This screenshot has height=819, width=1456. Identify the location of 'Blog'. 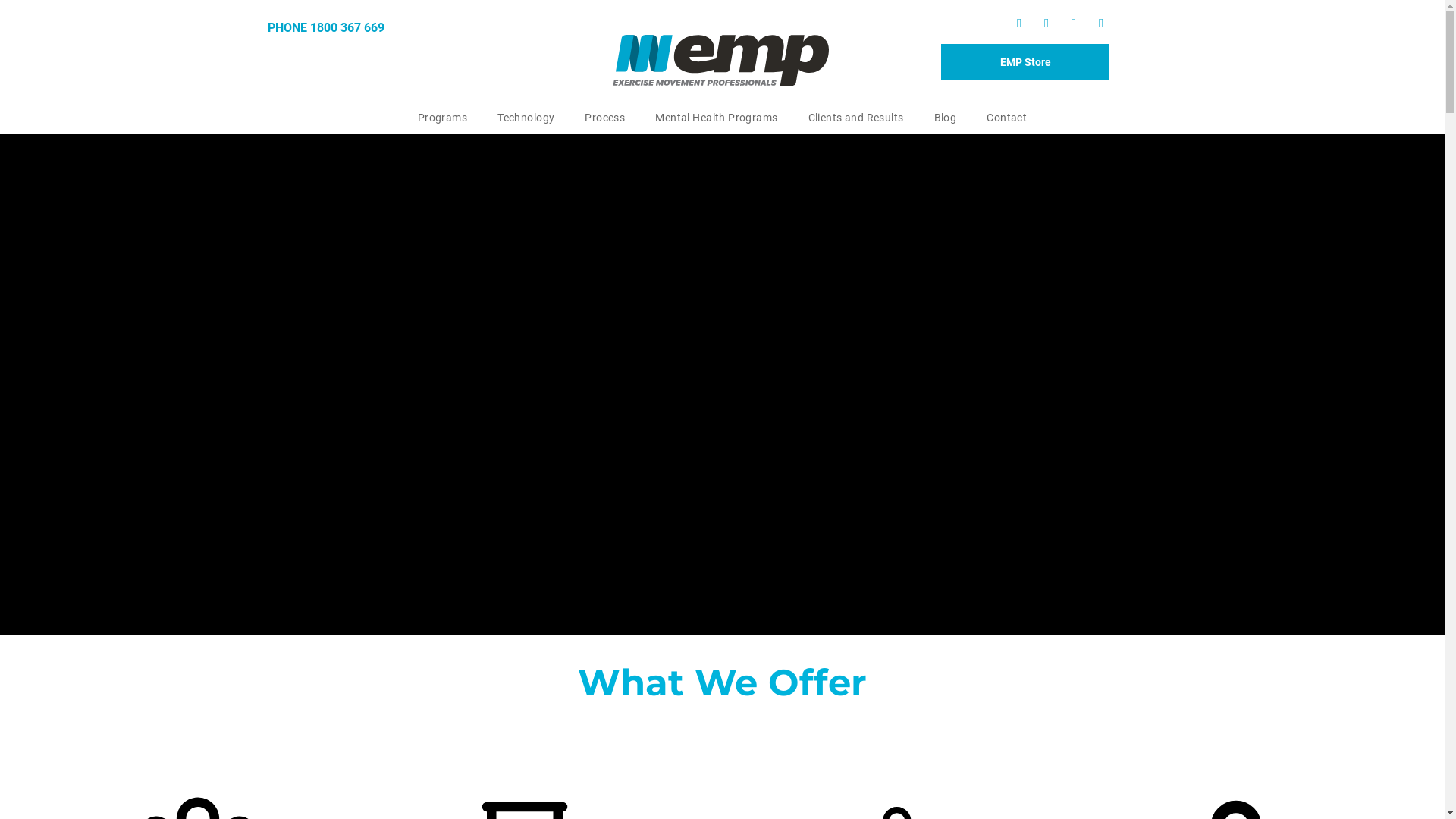
(945, 117).